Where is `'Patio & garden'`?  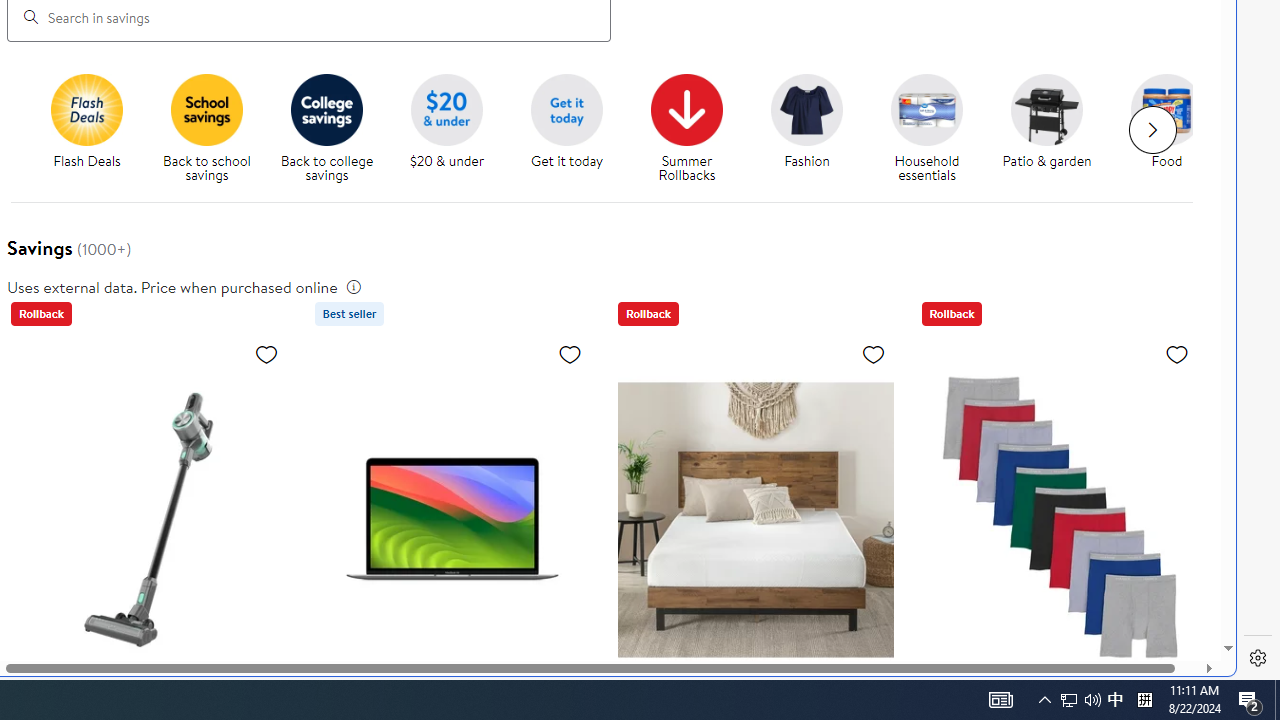
'Patio & garden' is located at coordinates (1053, 129).